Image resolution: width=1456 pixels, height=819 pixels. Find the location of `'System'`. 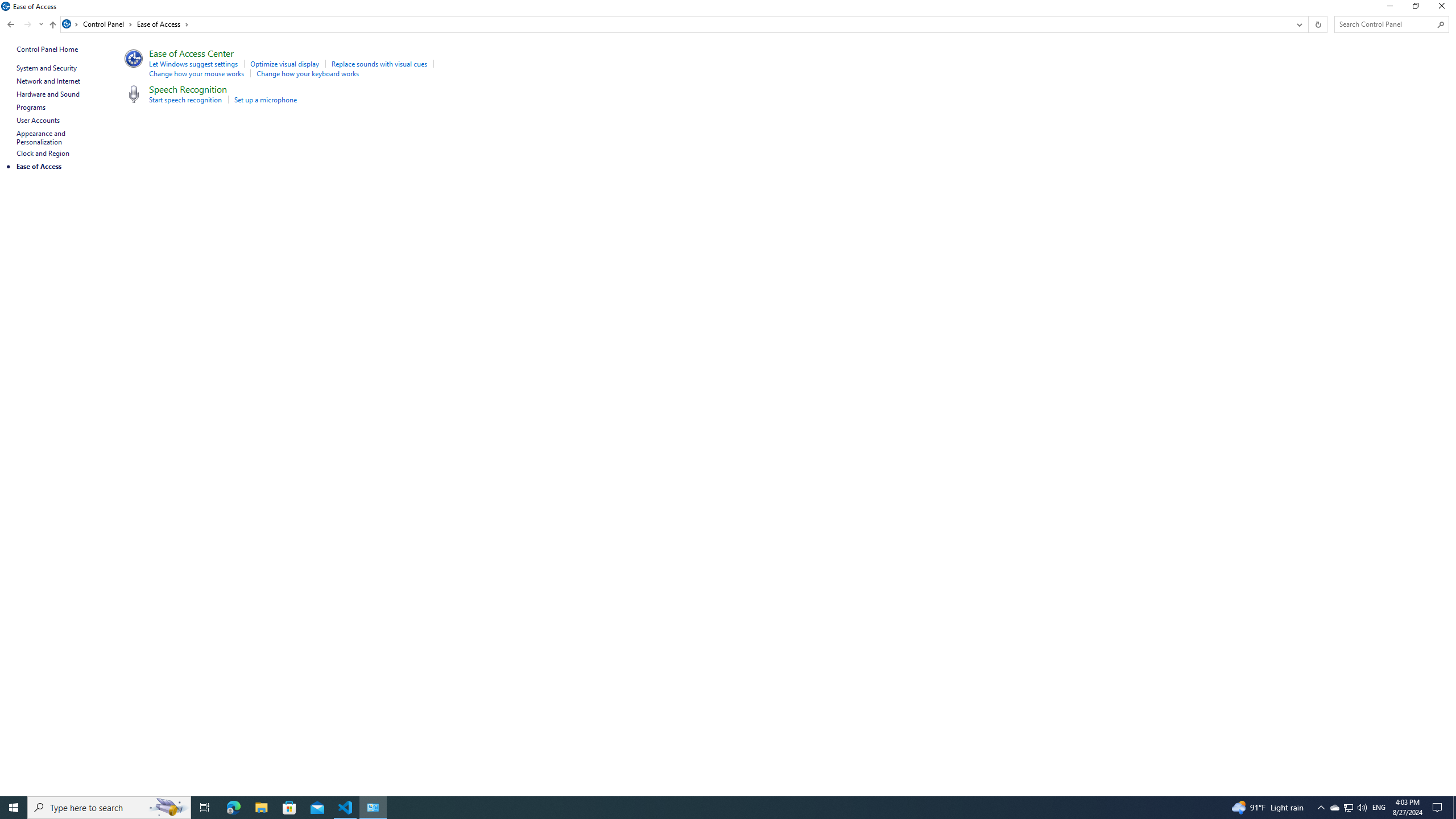

'System' is located at coordinates (6, 5).